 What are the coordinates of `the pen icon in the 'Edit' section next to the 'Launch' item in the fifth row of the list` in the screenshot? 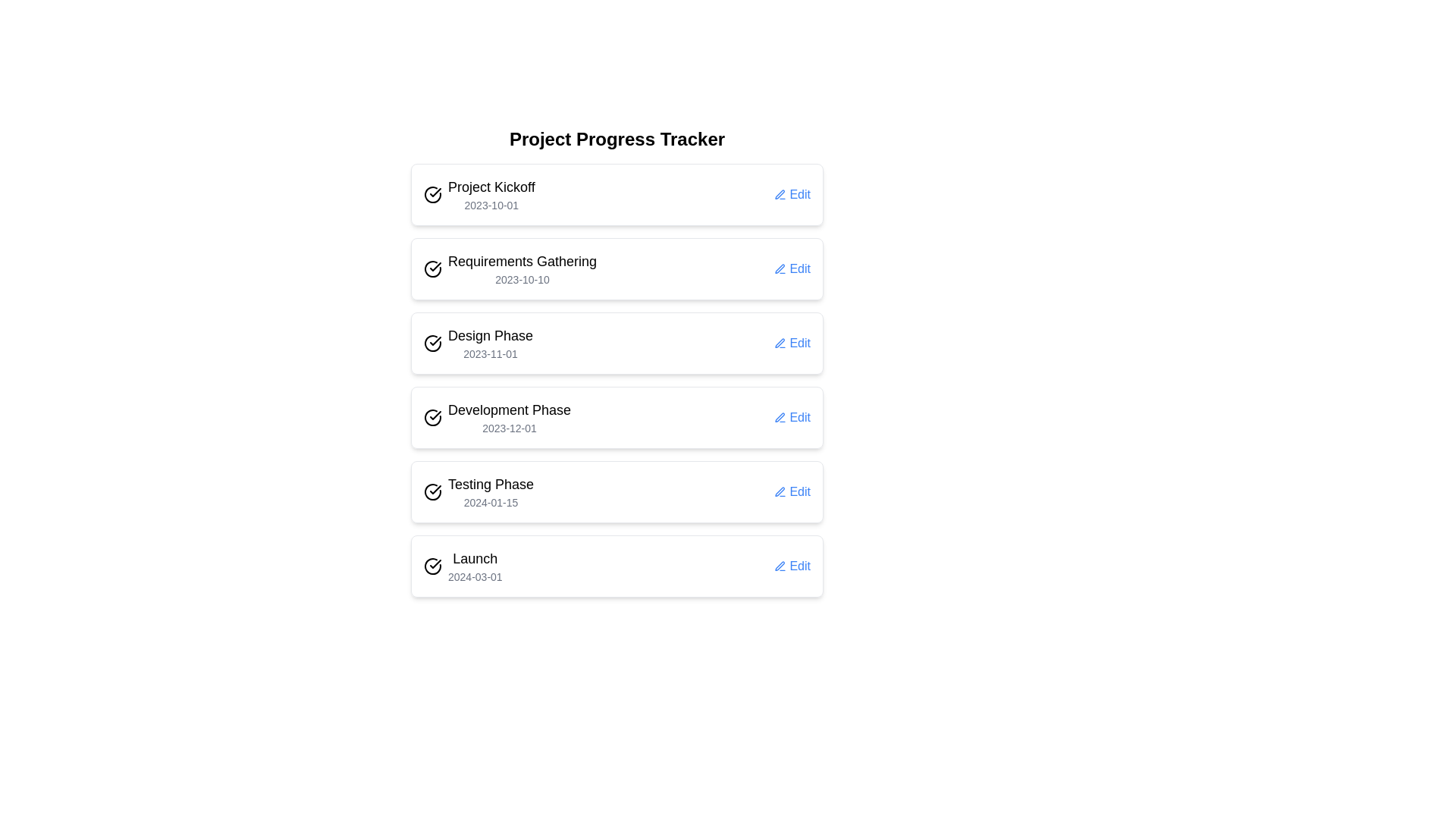 It's located at (780, 566).